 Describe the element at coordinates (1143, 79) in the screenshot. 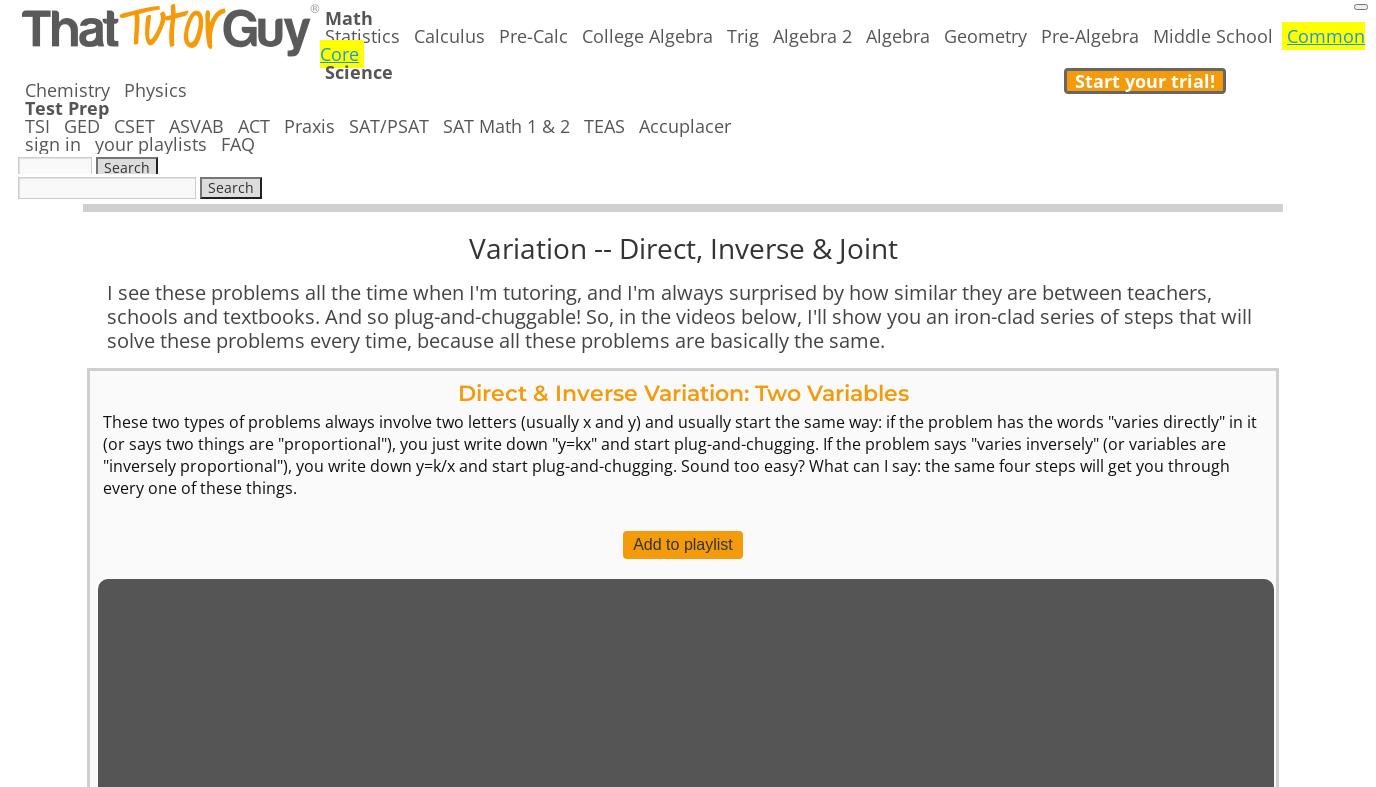

I see `'Start your trial!'` at that location.